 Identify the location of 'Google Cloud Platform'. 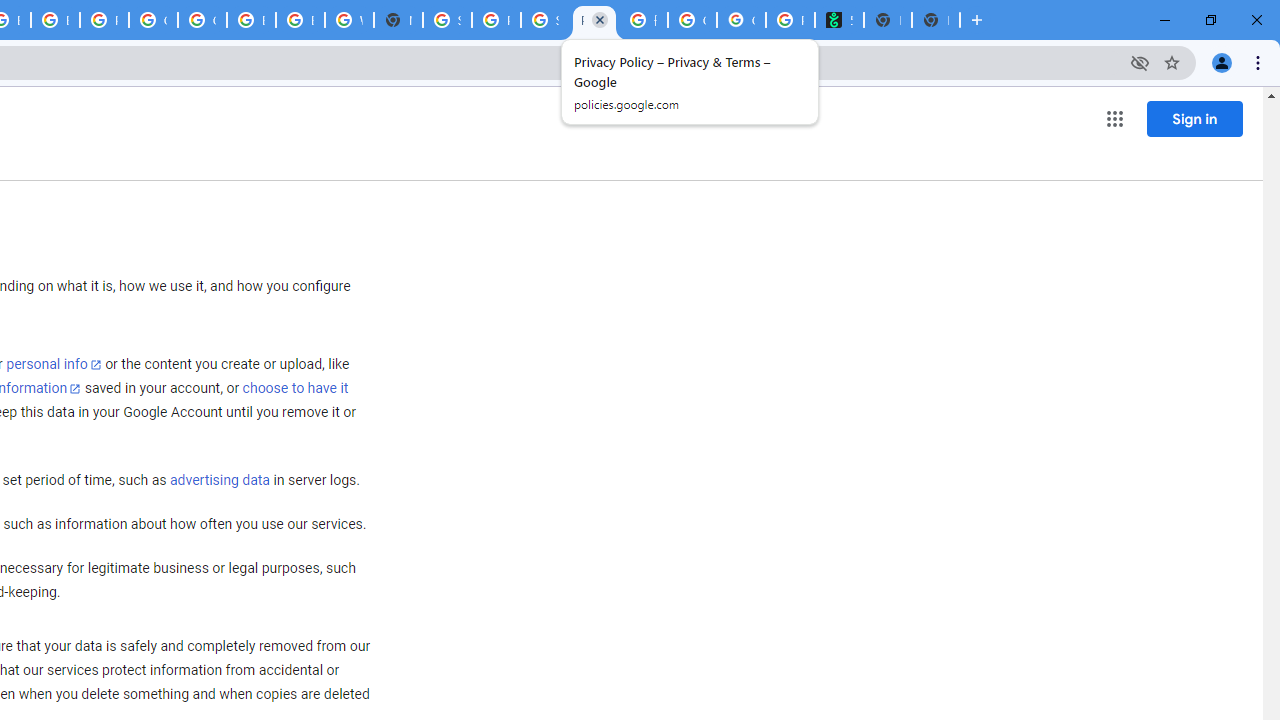
(202, 20).